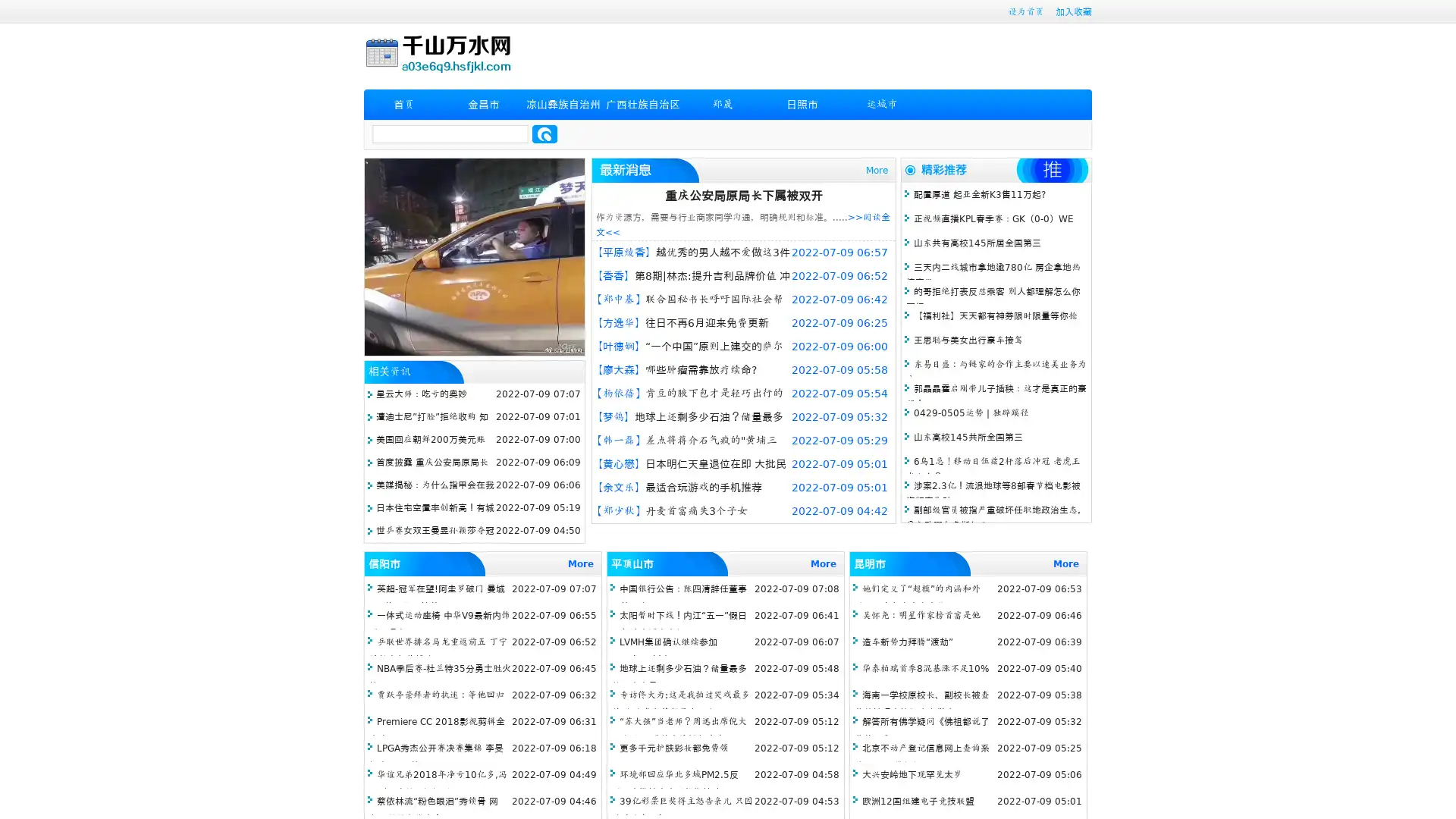  Describe the element at coordinates (544, 133) in the screenshot. I see `Search` at that location.